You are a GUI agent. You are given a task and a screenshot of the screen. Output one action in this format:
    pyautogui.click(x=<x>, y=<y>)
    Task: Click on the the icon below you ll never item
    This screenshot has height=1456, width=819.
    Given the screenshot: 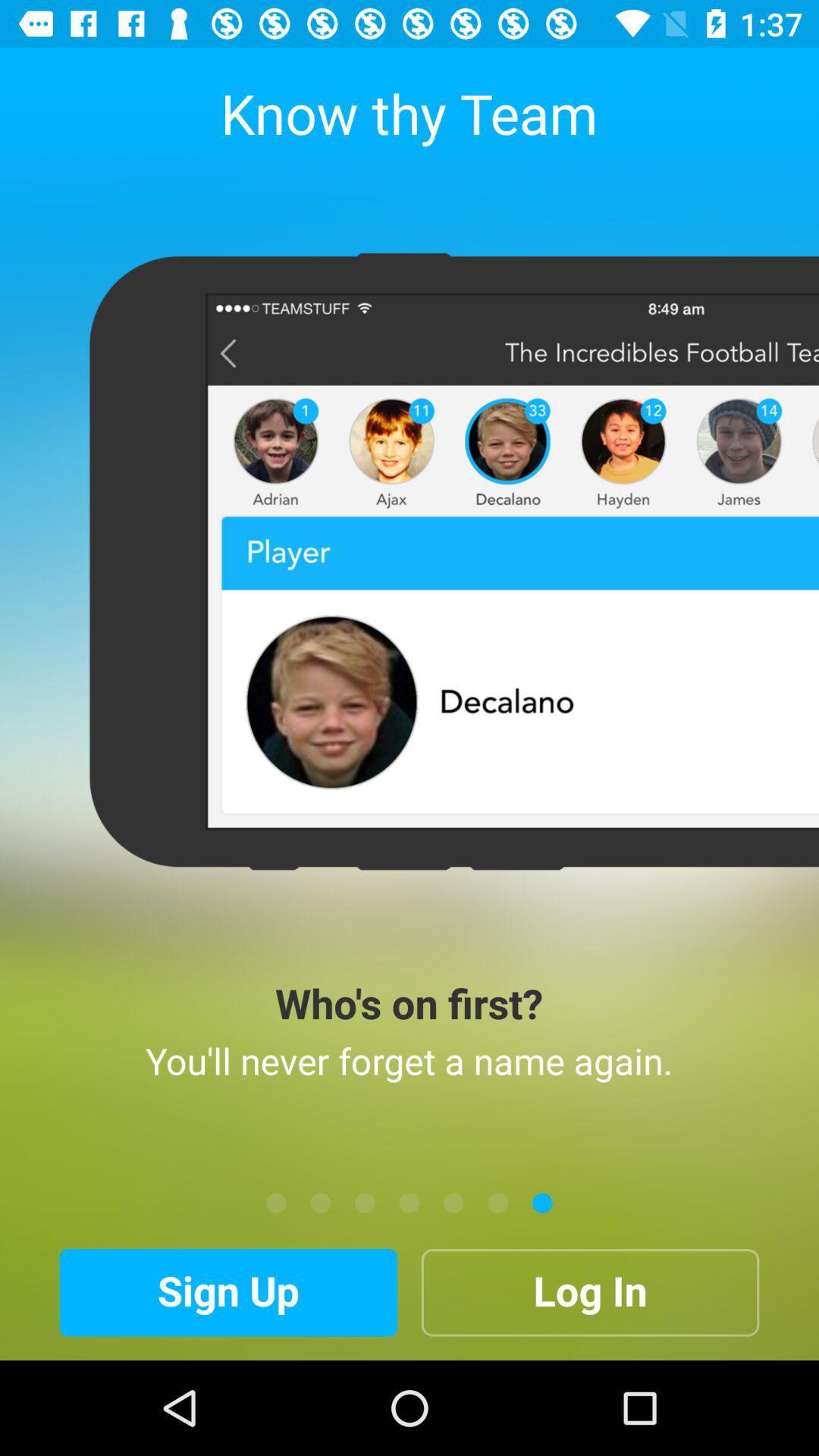 What is the action you would take?
    pyautogui.click(x=409, y=1202)
    